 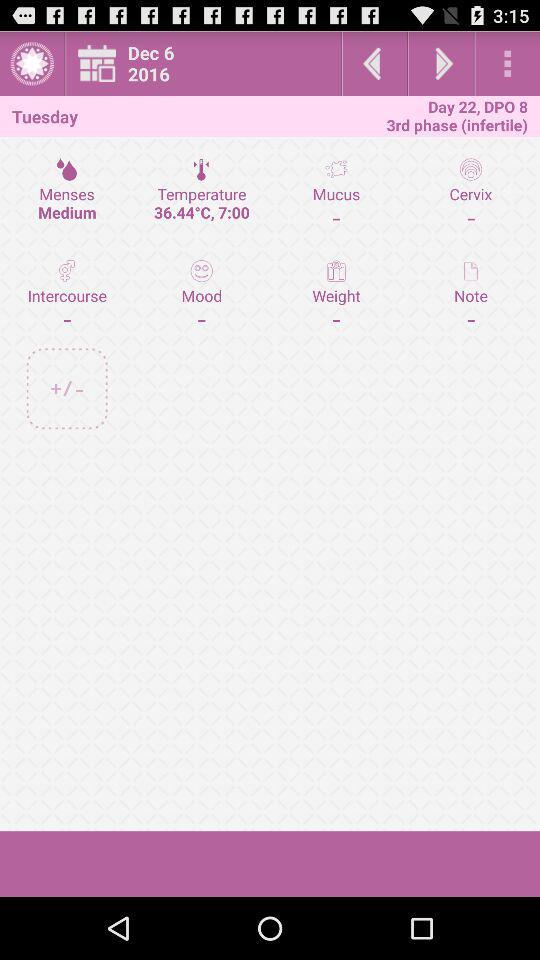 I want to click on settings, so click(x=507, y=63).